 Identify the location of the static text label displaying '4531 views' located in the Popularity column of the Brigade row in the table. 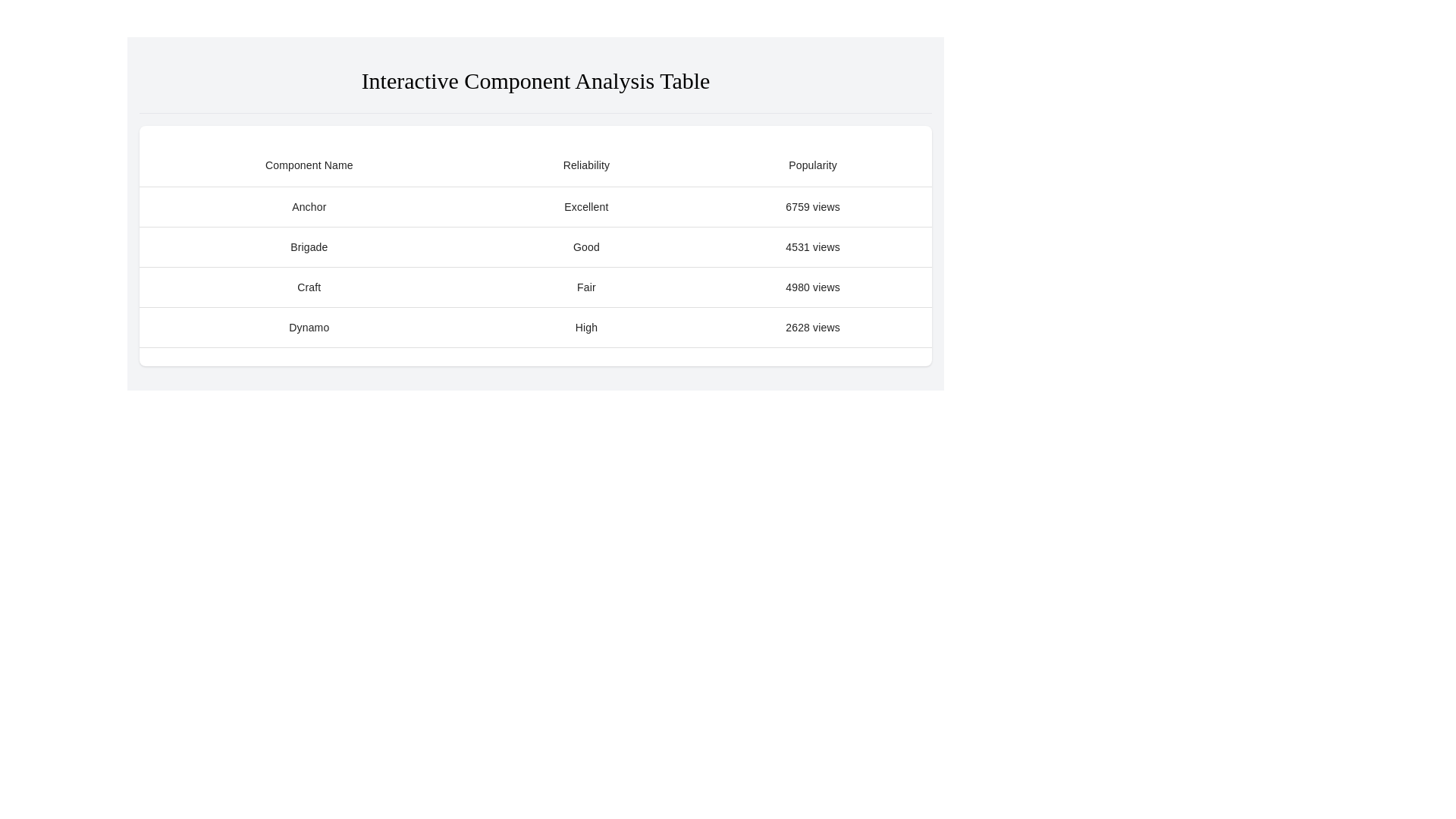
(812, 246).